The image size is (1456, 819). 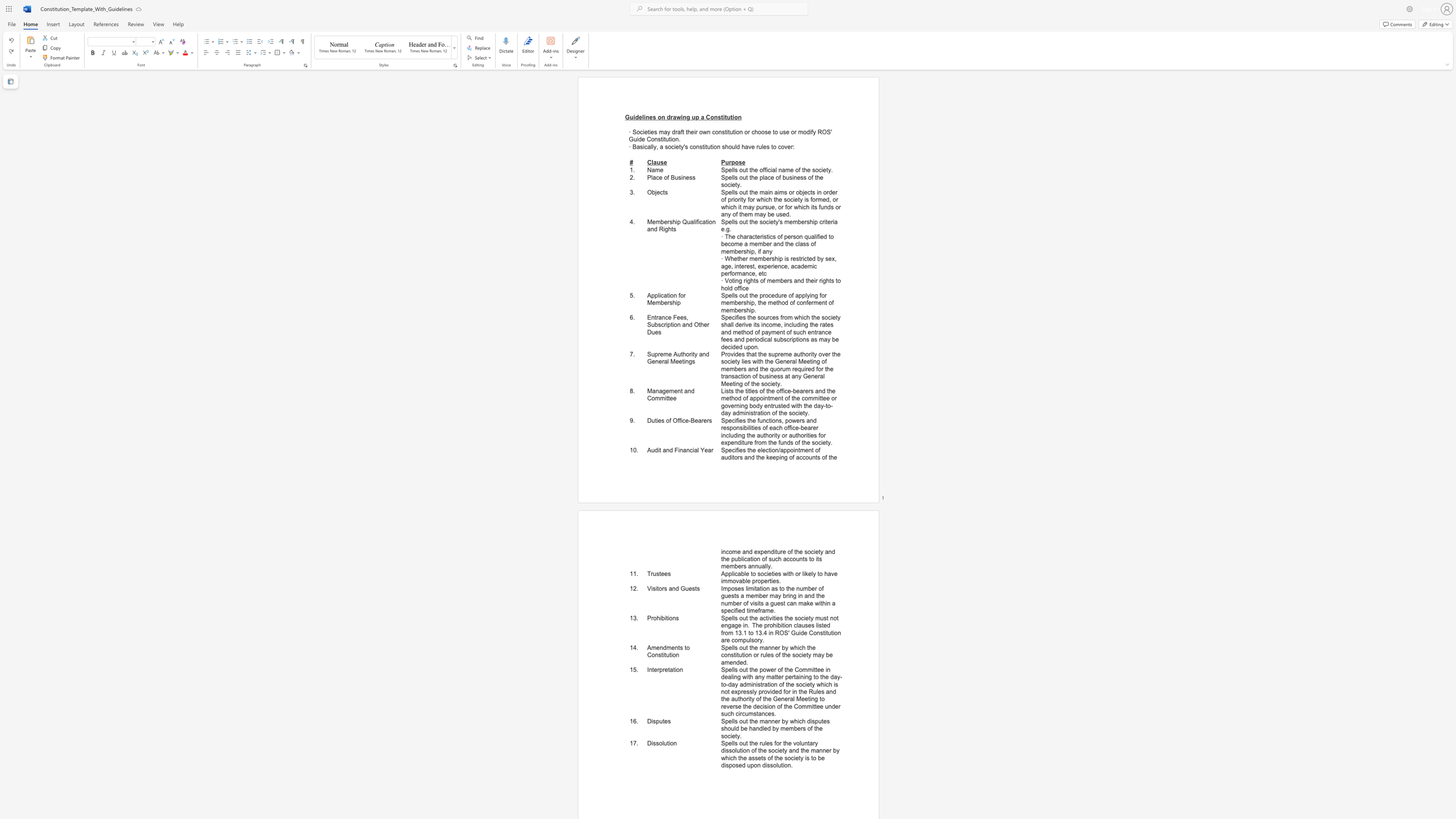 What do you see at coordinates (701, 222) in the screenshot?
I see `the subset text "ati" within the text "Membership Qualification and Rights"` at bounding box center [701, 222].